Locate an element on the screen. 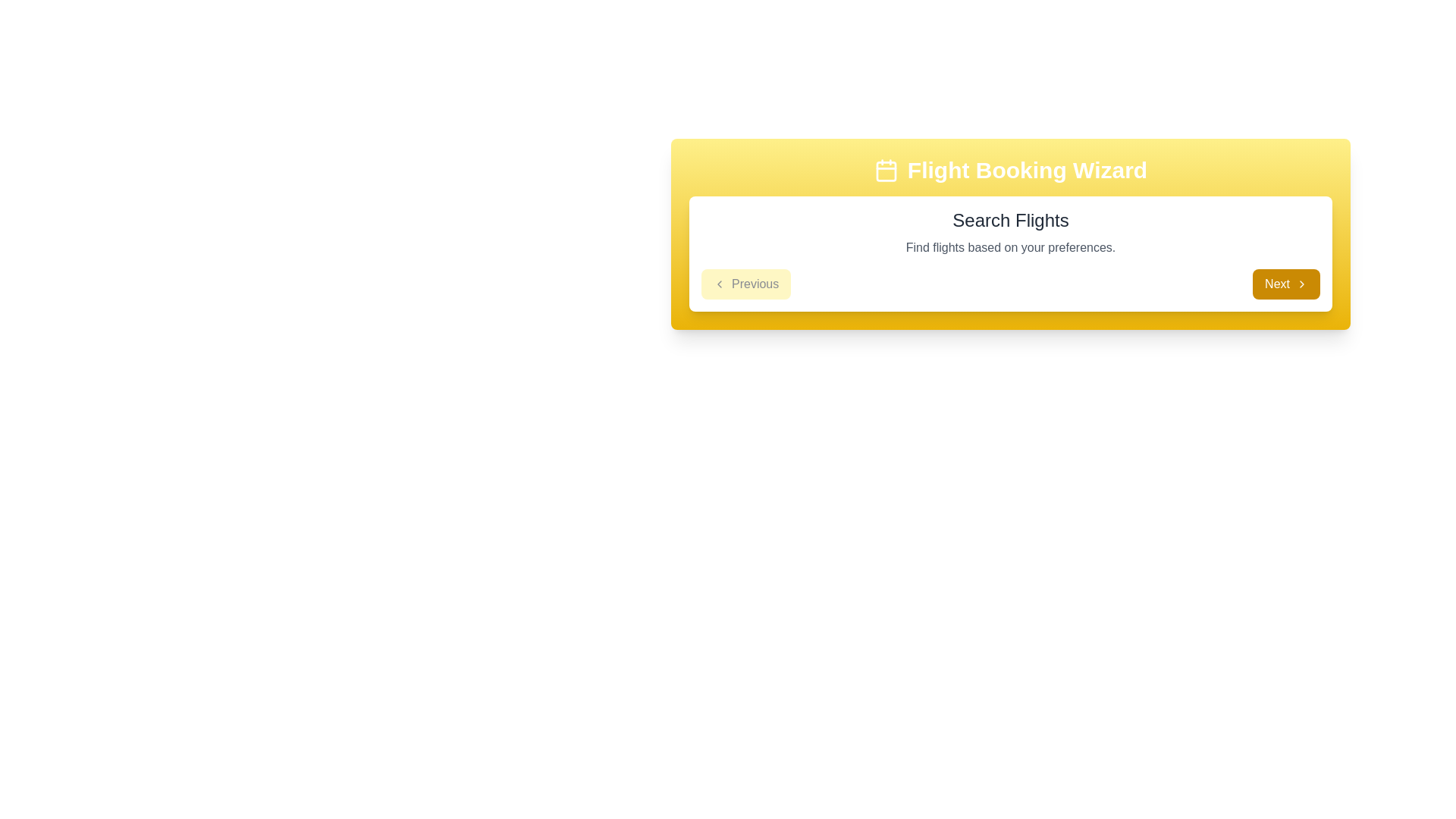  static text label that displays 'Flight Booking Wizard', which is a large, bold, white-colored text in the yellow gradient header is located at coordinates (1027, 170).